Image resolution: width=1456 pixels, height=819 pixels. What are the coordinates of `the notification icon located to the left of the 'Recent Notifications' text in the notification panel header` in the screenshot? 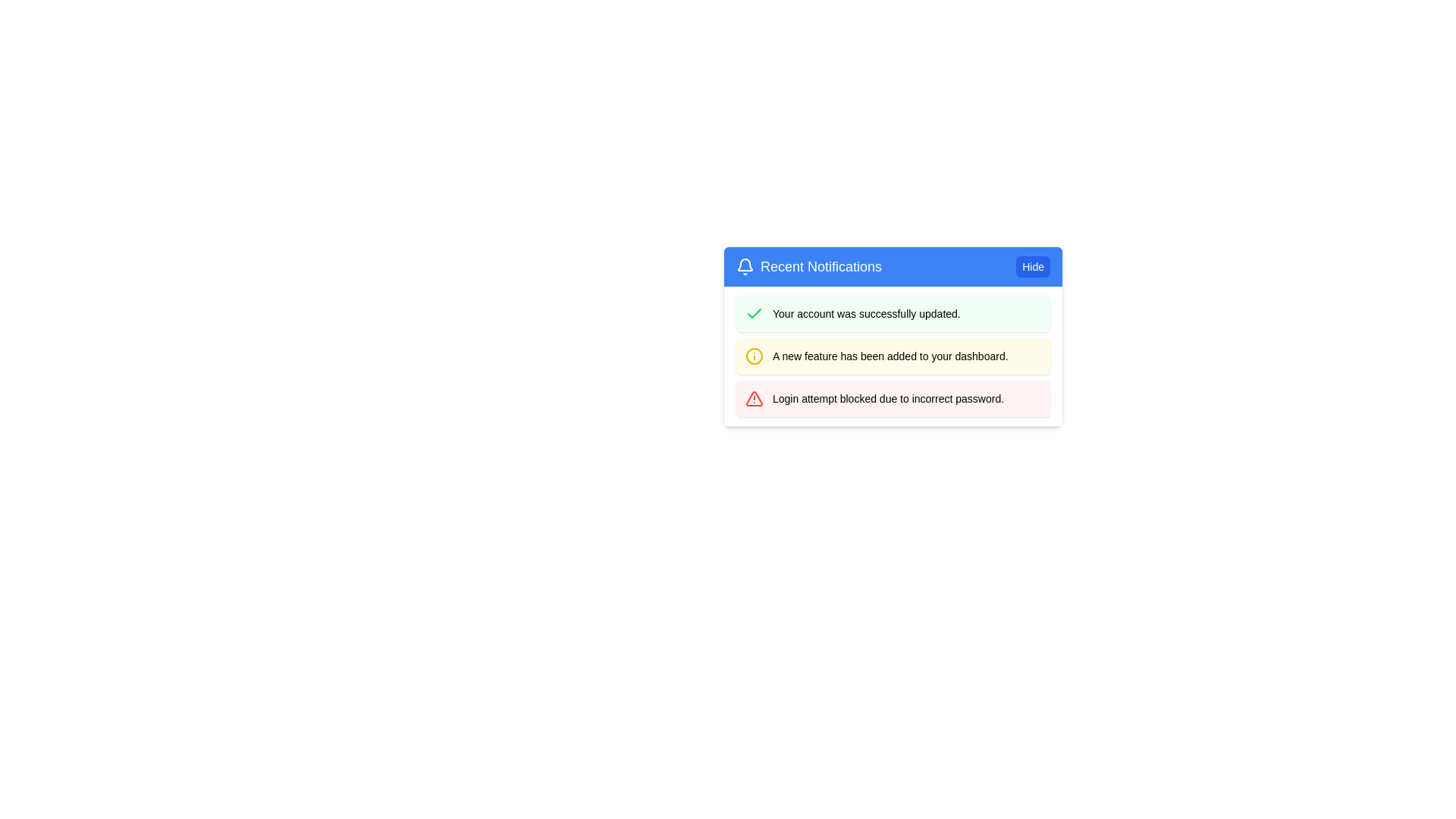 It's located at (745, 264).